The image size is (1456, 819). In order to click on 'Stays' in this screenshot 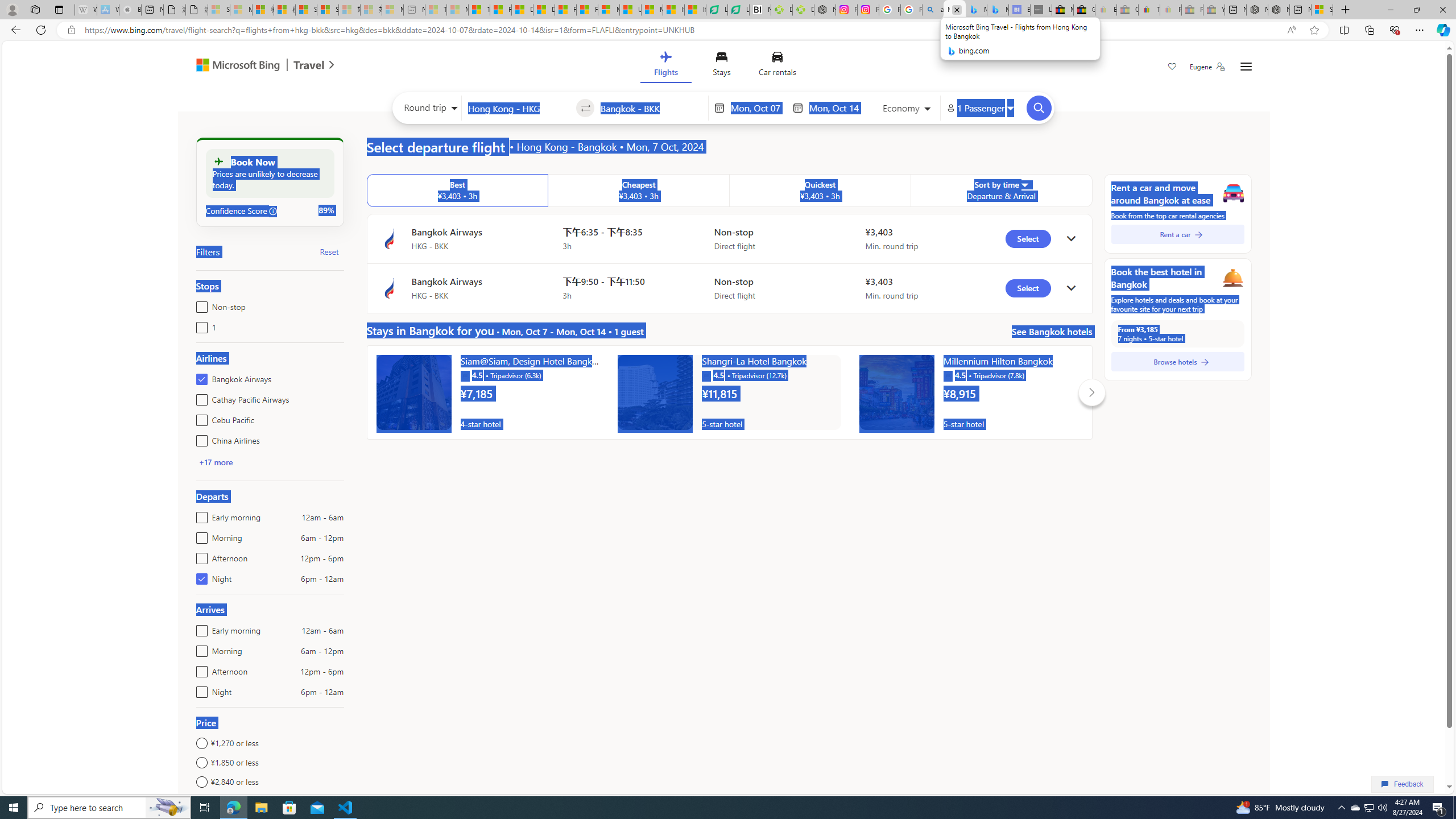, I will do `click(721, 65)`.